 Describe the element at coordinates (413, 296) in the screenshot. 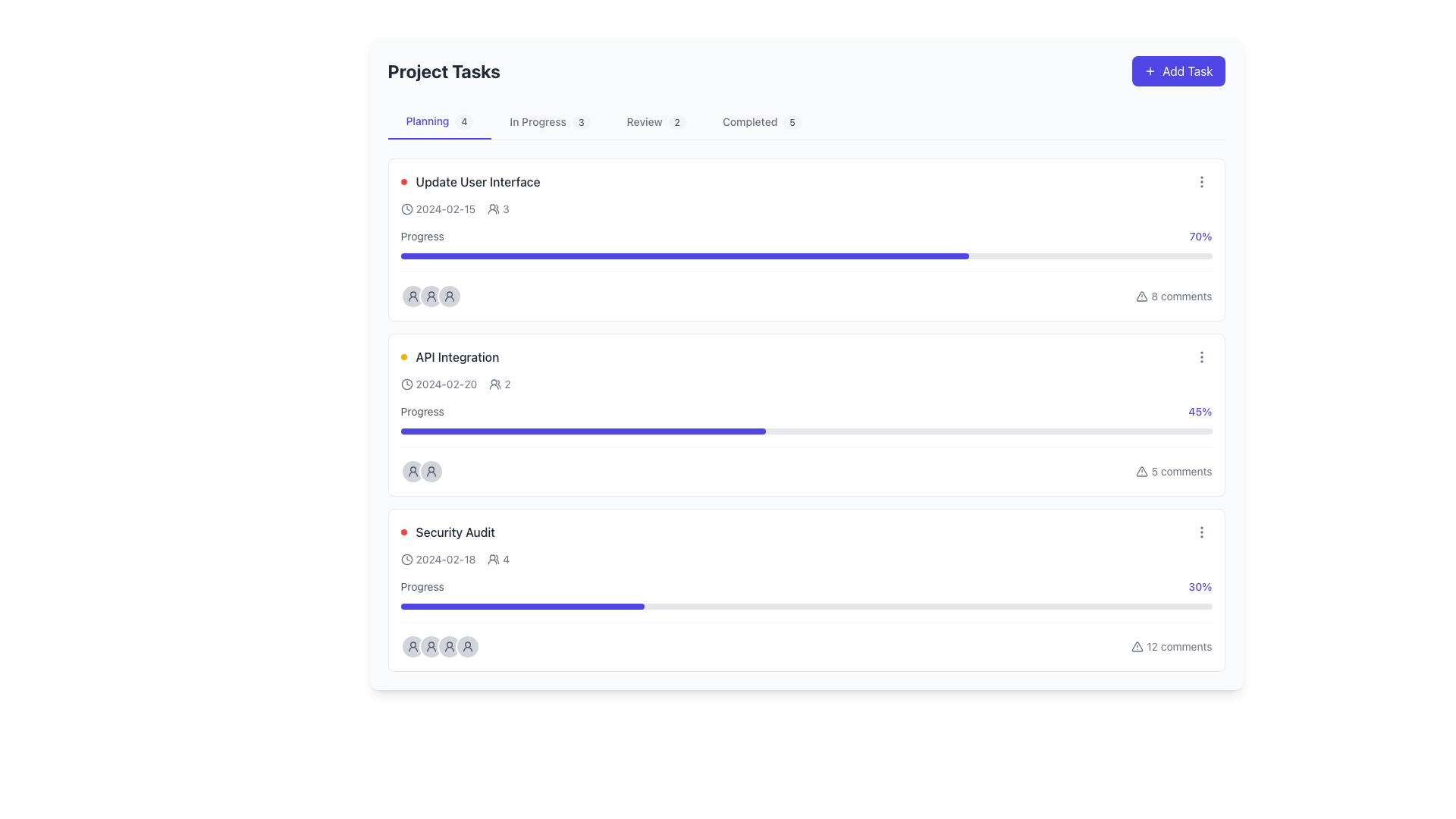

I see `the user avatar icon, which is the third icon in the row of user icons at the bottom of the 'Update User Interface' task section in the 'Planning' tab of the 'Project Tasks' interface` at that location.